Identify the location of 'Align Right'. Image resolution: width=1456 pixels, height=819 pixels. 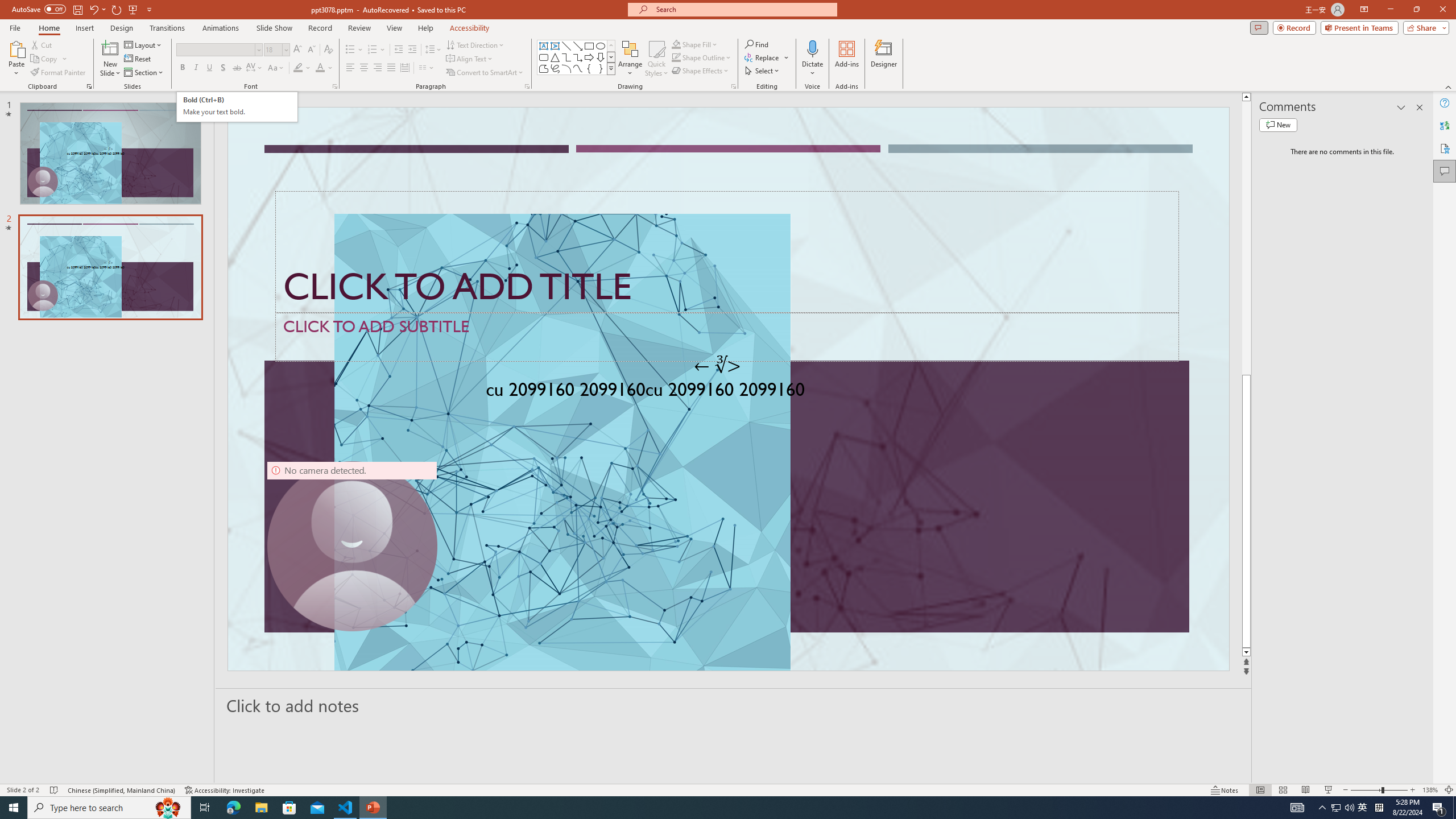
(378, 67).